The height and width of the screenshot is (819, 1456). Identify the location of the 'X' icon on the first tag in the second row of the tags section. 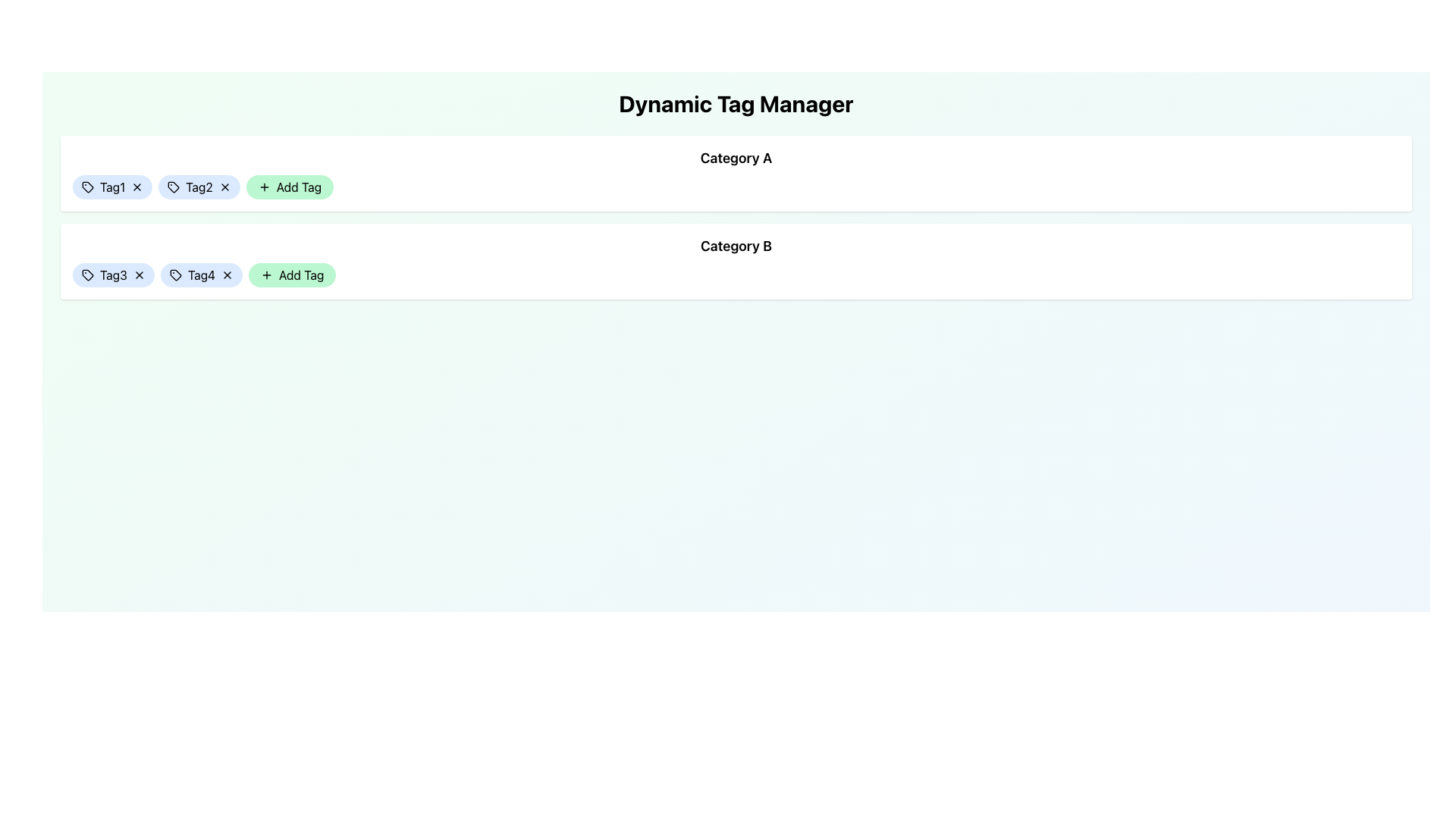
(112, 275).